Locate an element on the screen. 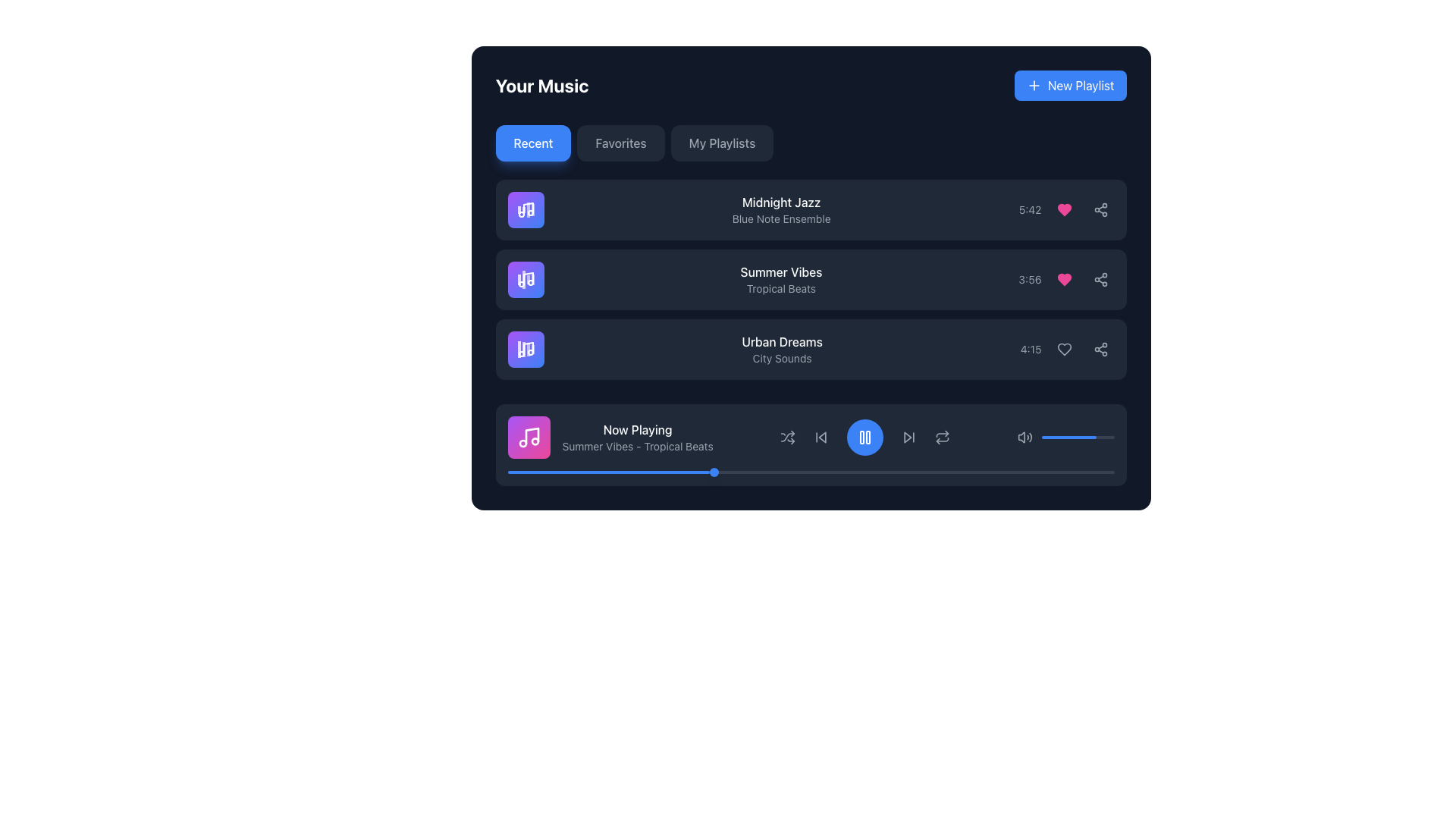 The width and height of the screenshot is (1456, 819). the favorite button located in the third row of the playlist section, positioned to the right of the duration text '4:15' and to the left of the share icon is located at coordinates (1063, 350).